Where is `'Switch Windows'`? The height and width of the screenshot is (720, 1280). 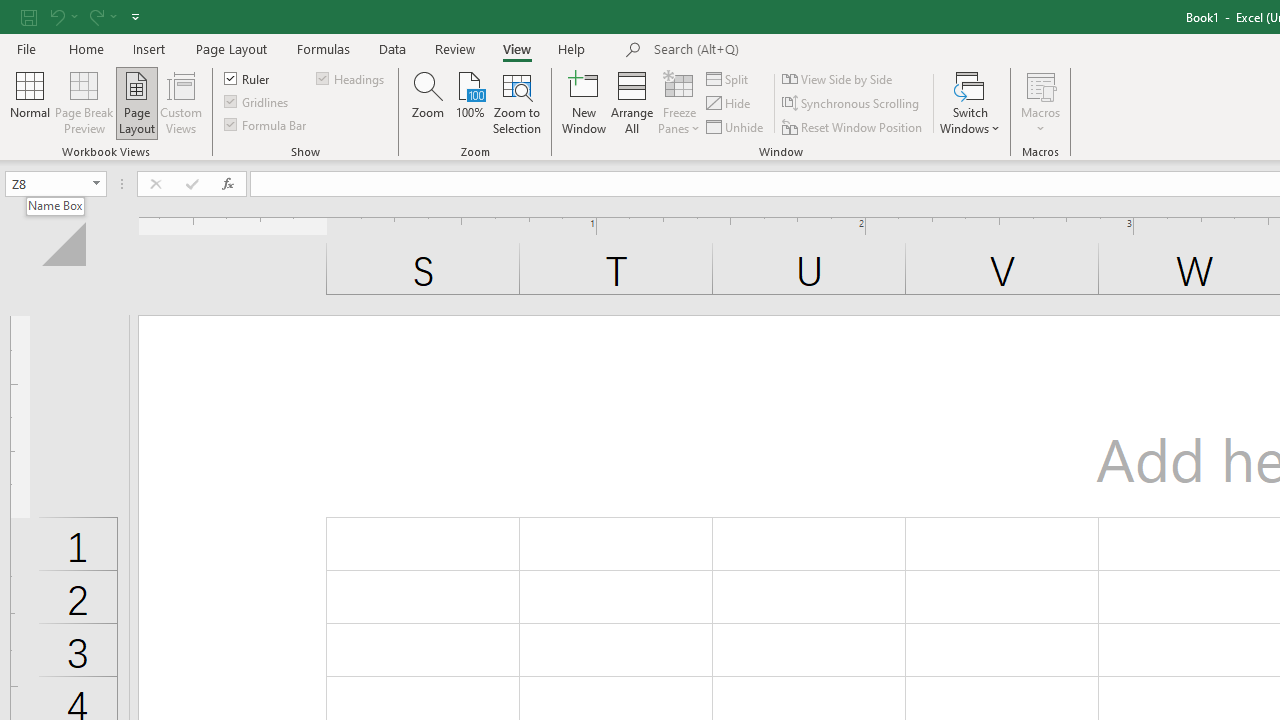
'Switch Windows' is located at coordinates (970, 103).